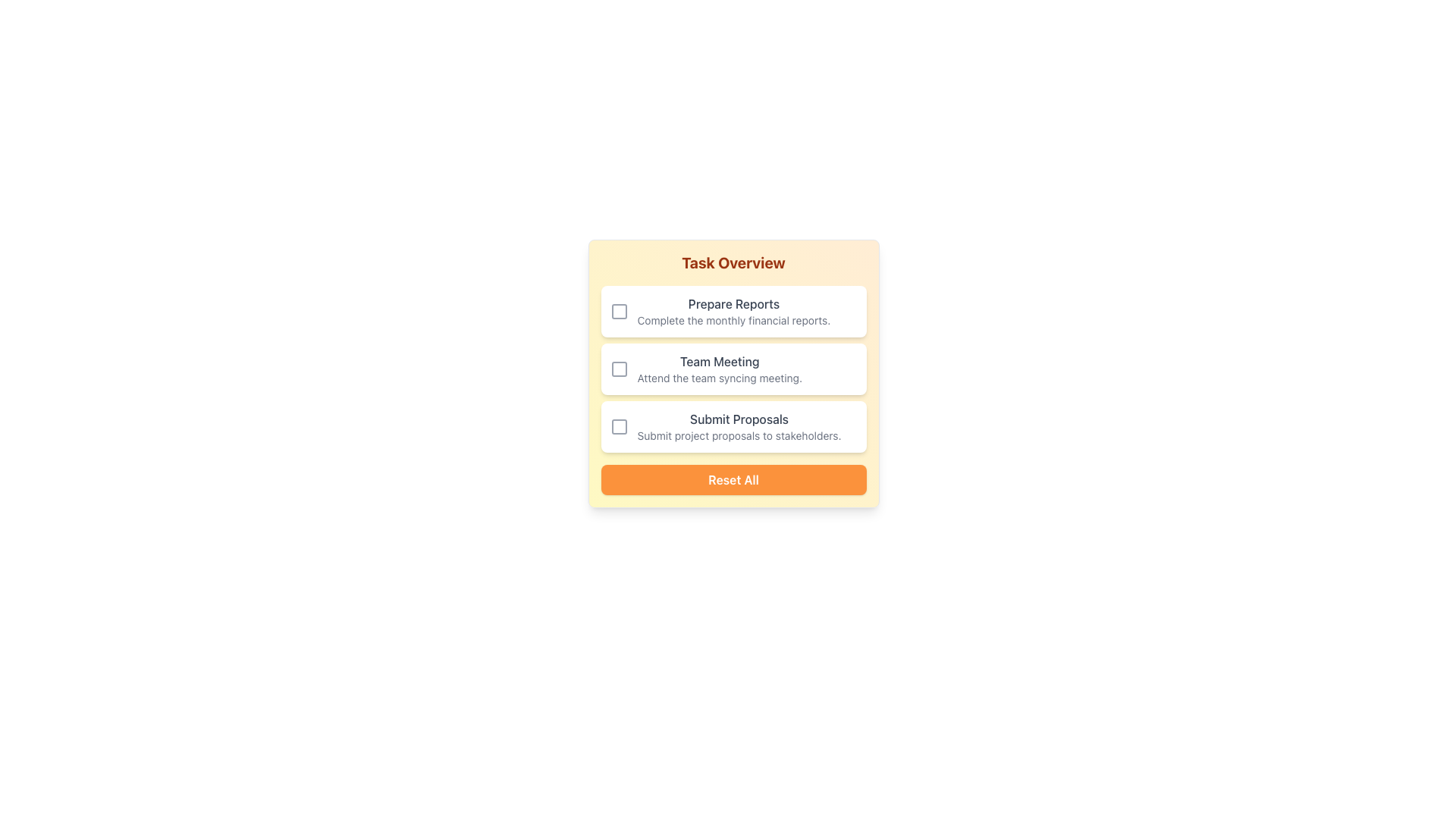  Describe the element at coordinates (739, 419) in the screenshot. I see `the title text of the third task item in the task list, which provides a description of its purpose and is located below the 'Team Meeting' task item` at that location.